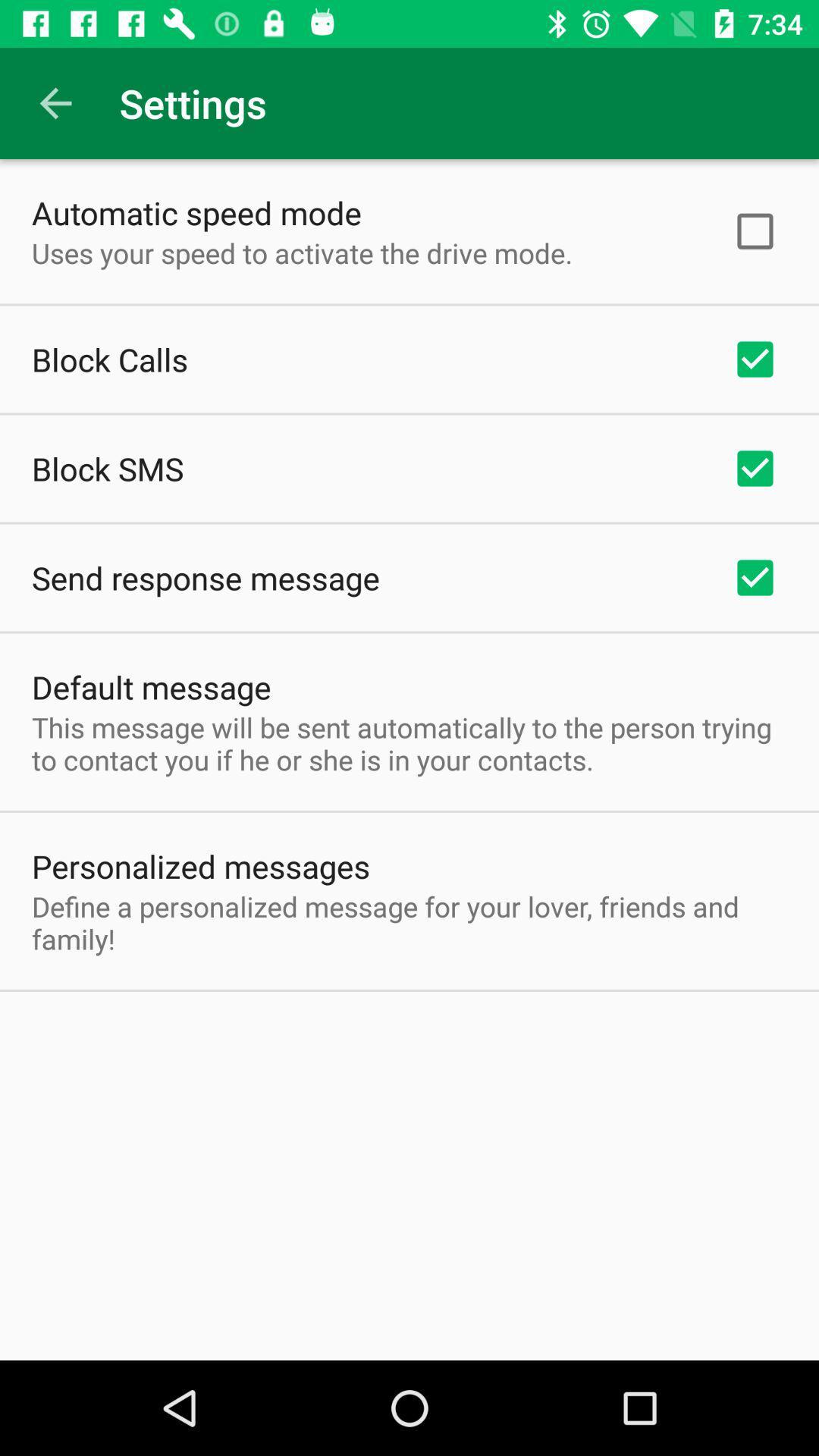 The height and width of the screenshot is (1456, 819). I want to click on the this message will, so click(409, 743).